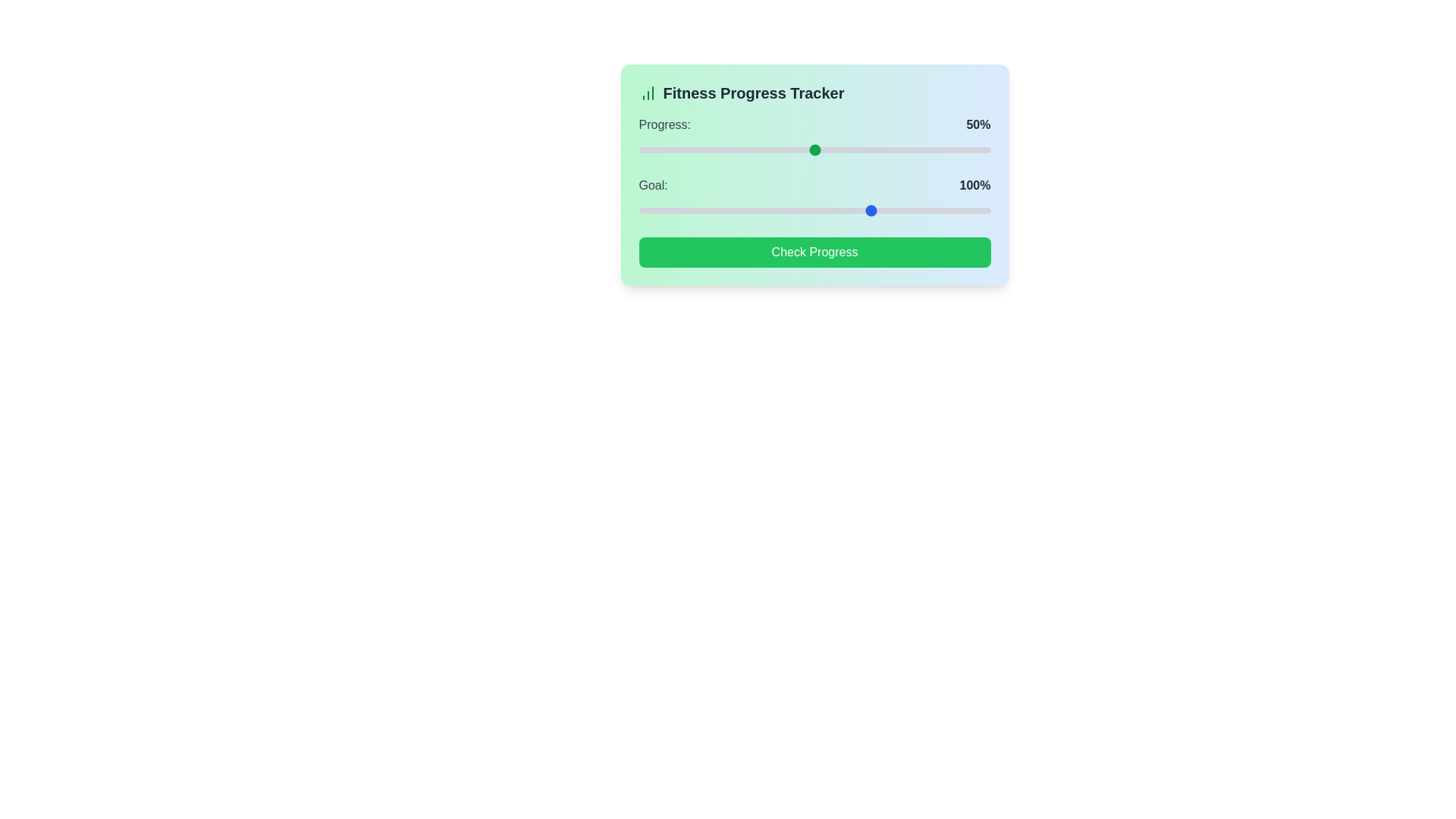  Describe the element at coordinates (814, 251) in the screenshot. I see `'Check Progress' button` at that location.